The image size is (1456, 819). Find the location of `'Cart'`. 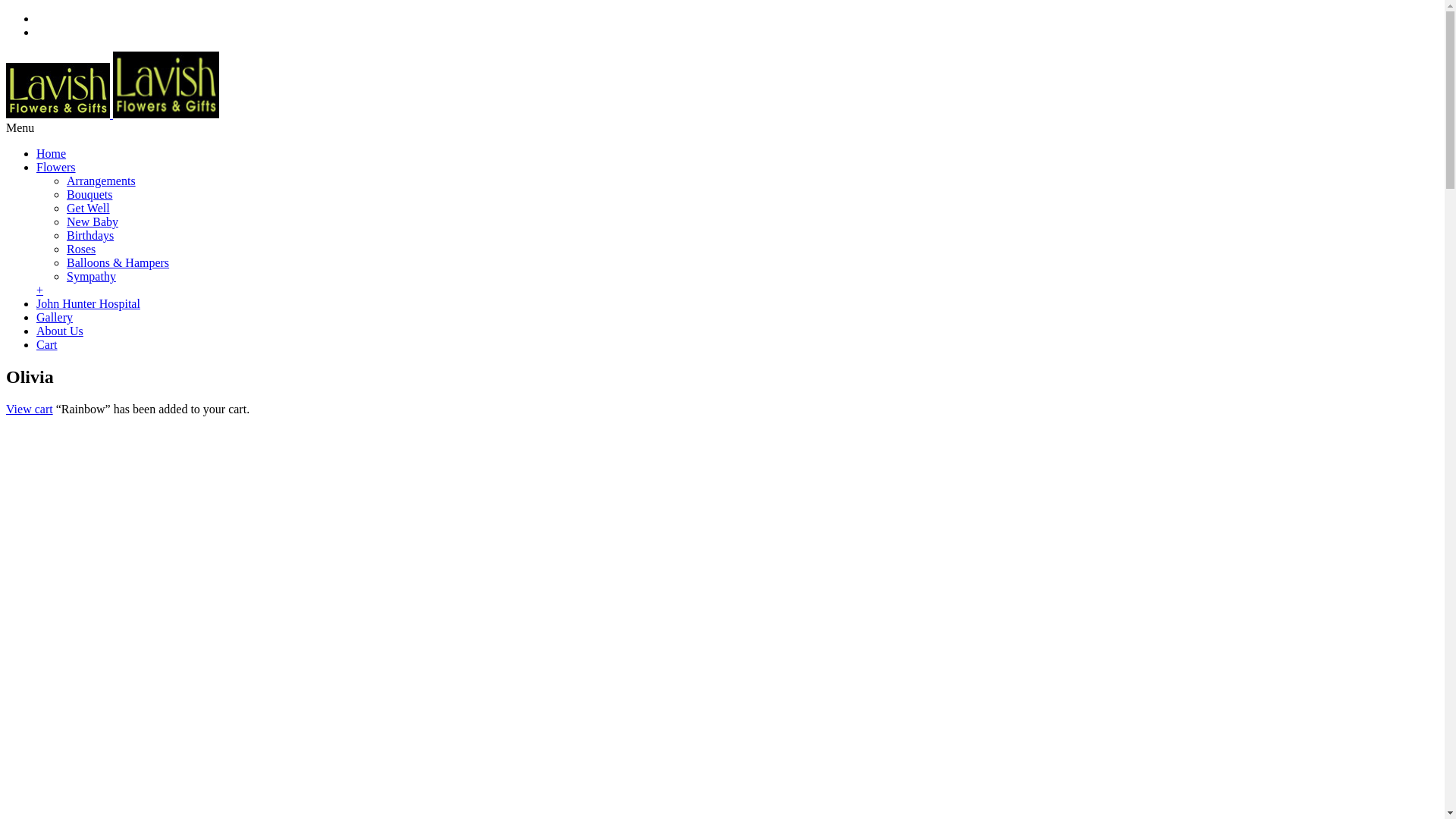

'Cart' is located at coordinates (36, 344).